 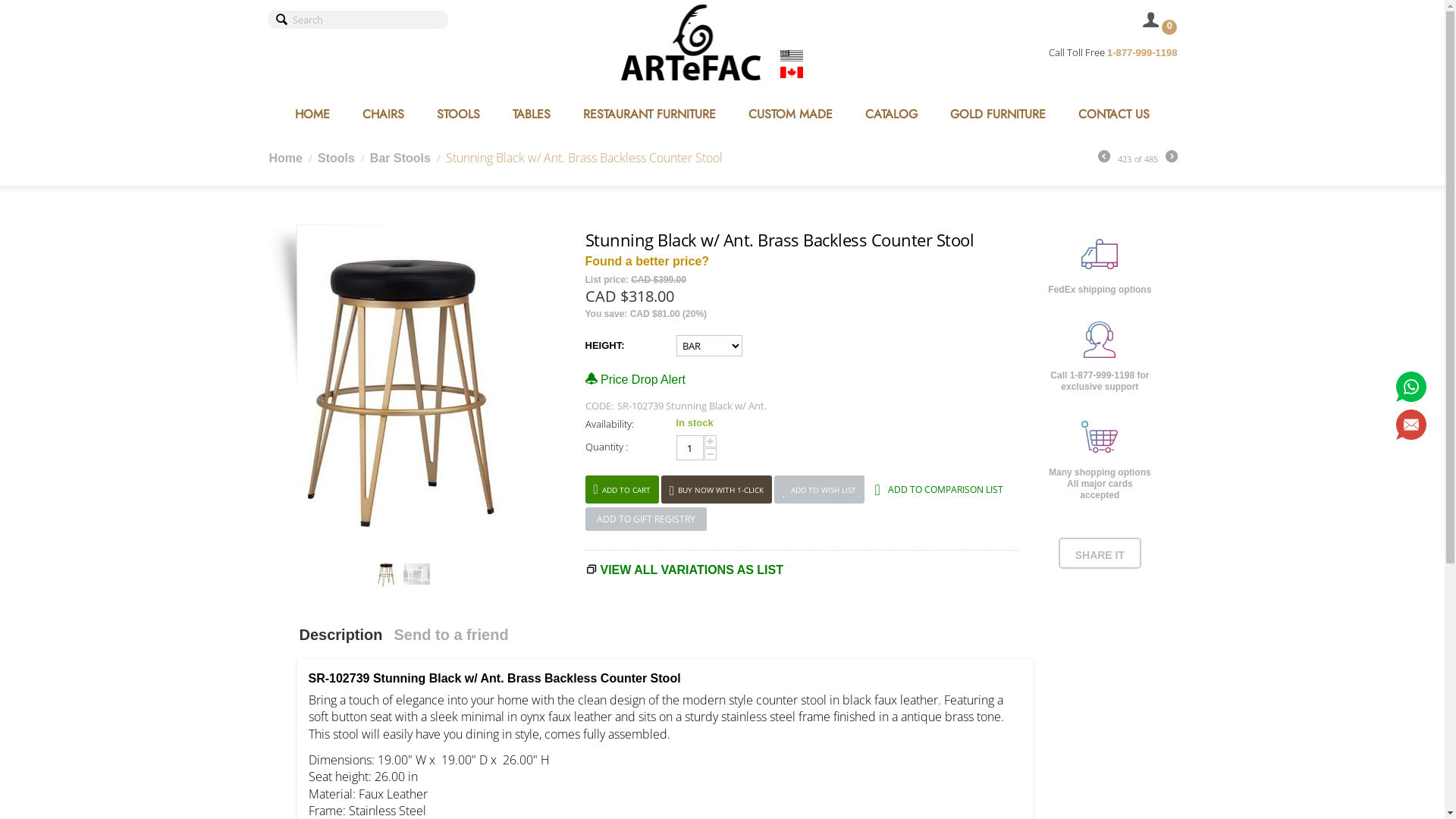 I want to click on 'BUY NOW WITH 1-CLICK', so click(x=716, y=489).